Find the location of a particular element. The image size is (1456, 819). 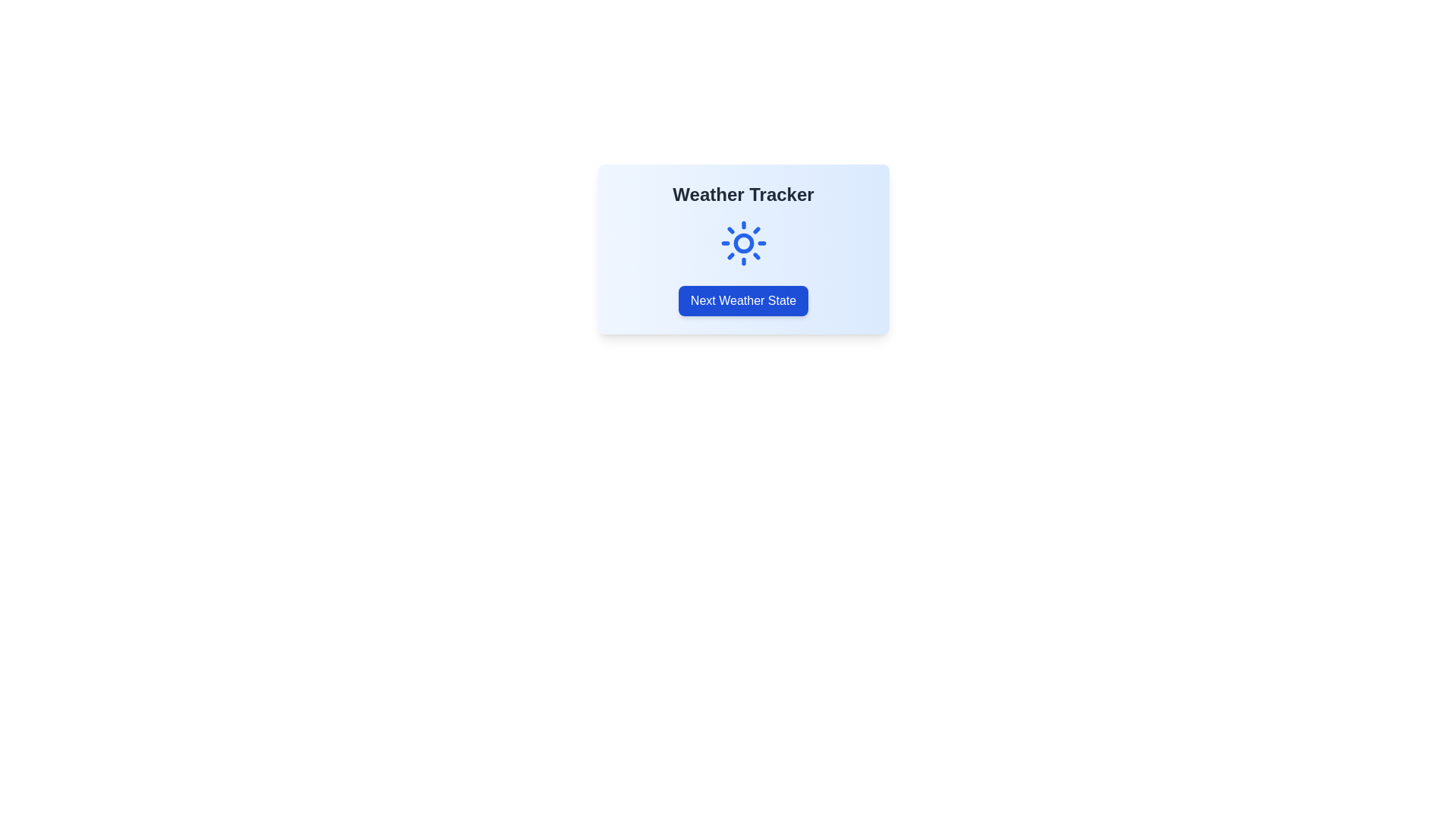

the decorative circular graphic representing the sun, located centrally under the 'Weather Tracker' header and above the 'Next Weather State' button is located at coordinates (743, 242).